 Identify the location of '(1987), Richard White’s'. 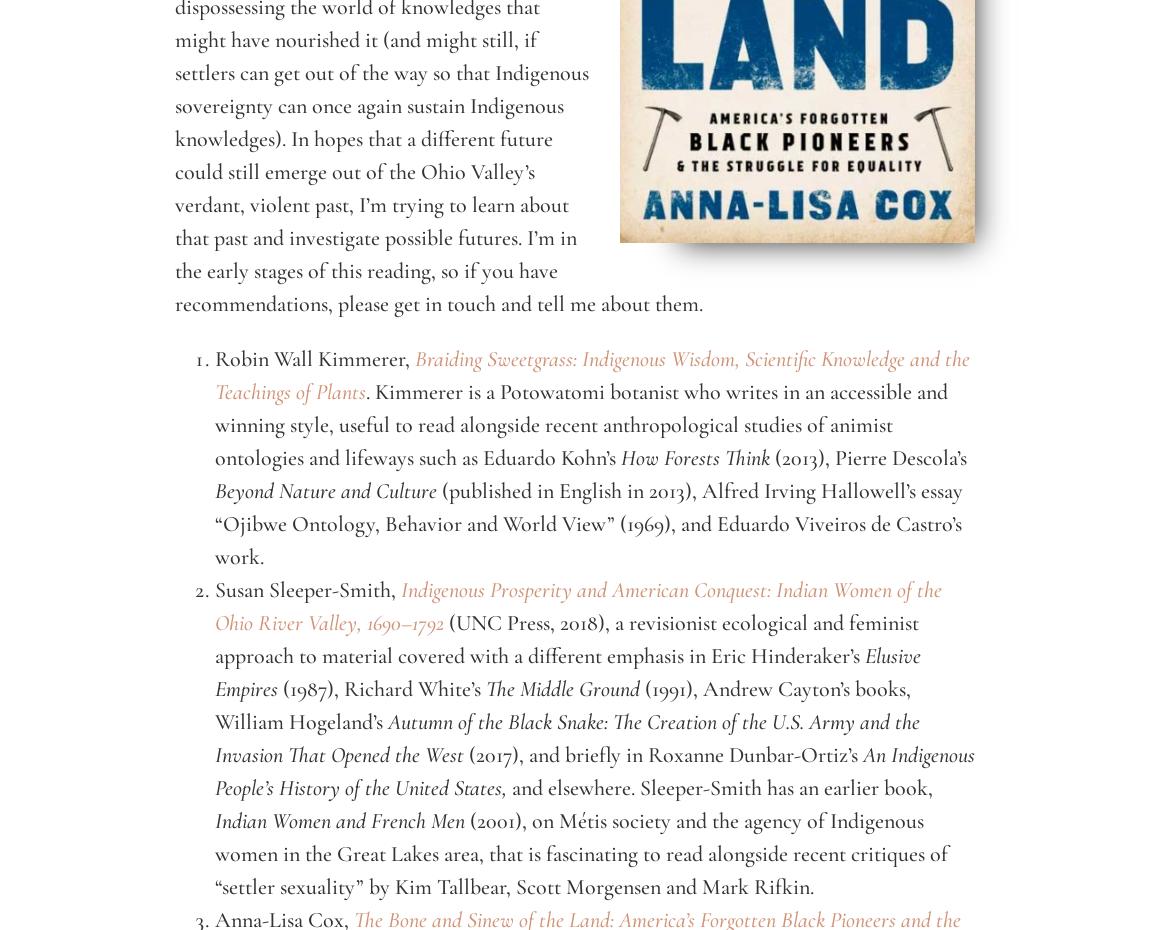
(382, 688).